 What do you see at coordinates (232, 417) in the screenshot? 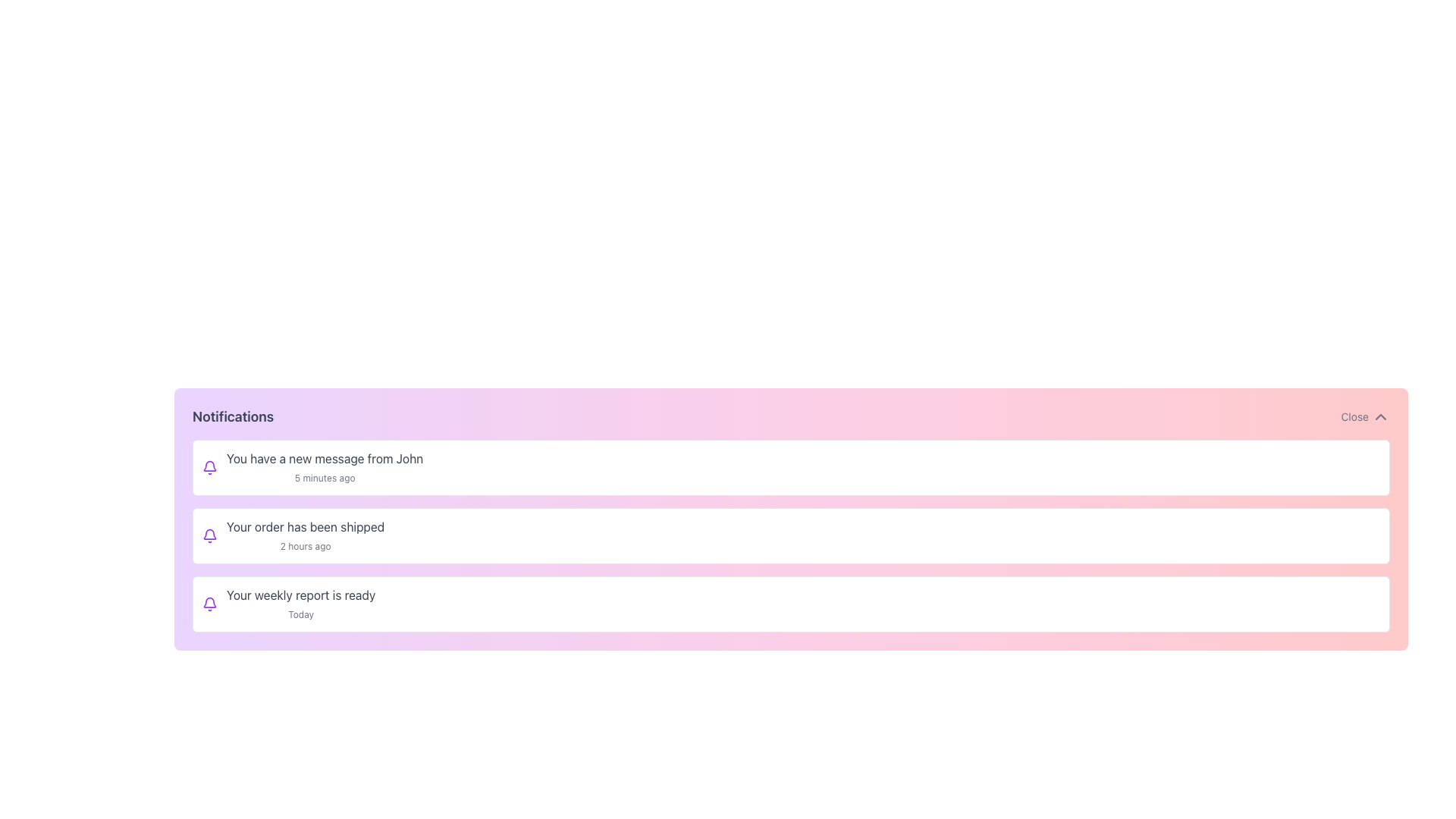
I see `the 'Notifications' text label, which is bold and gray, positioned at the top-left corner of the notification card` at bounding box center [232, 417].